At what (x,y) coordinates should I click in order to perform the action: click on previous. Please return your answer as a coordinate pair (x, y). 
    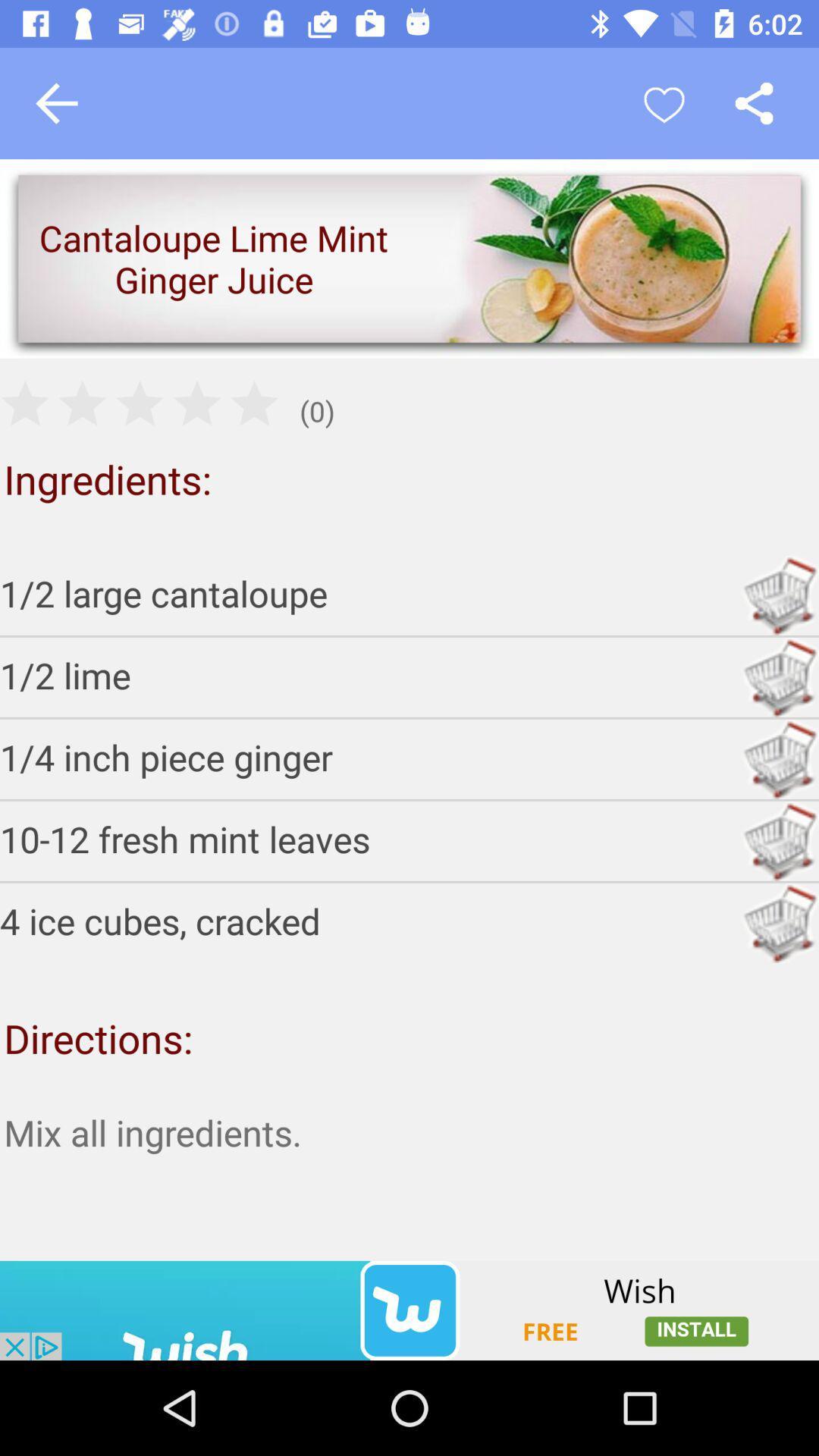
    Looking at the image, I should click on (55, 102).